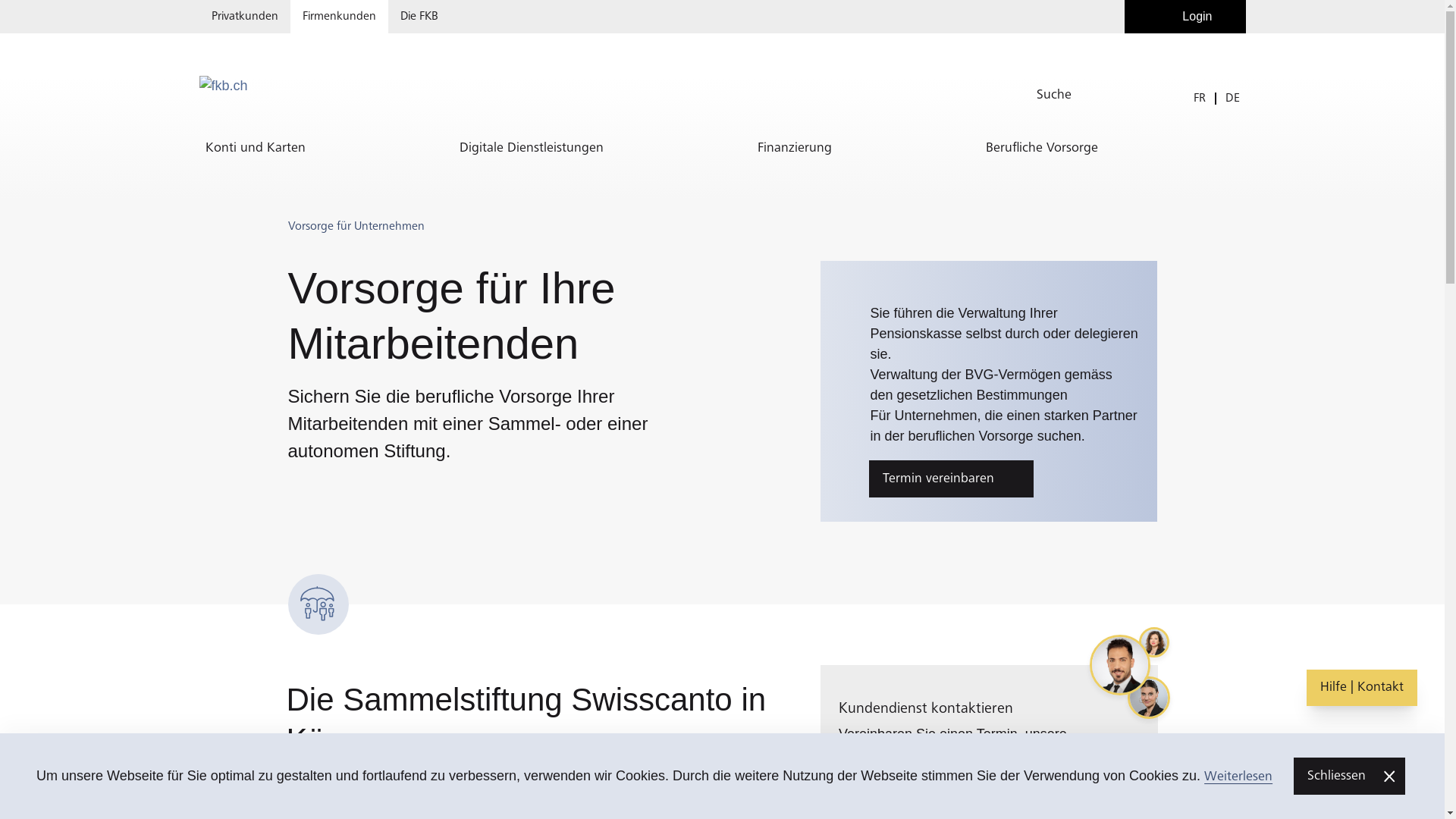 The height and width of the screenshot is (819, 1456). Describe the element at coordinates (950, 479) in the screenshot. I see `'Termin vereinbaren'` at that location.